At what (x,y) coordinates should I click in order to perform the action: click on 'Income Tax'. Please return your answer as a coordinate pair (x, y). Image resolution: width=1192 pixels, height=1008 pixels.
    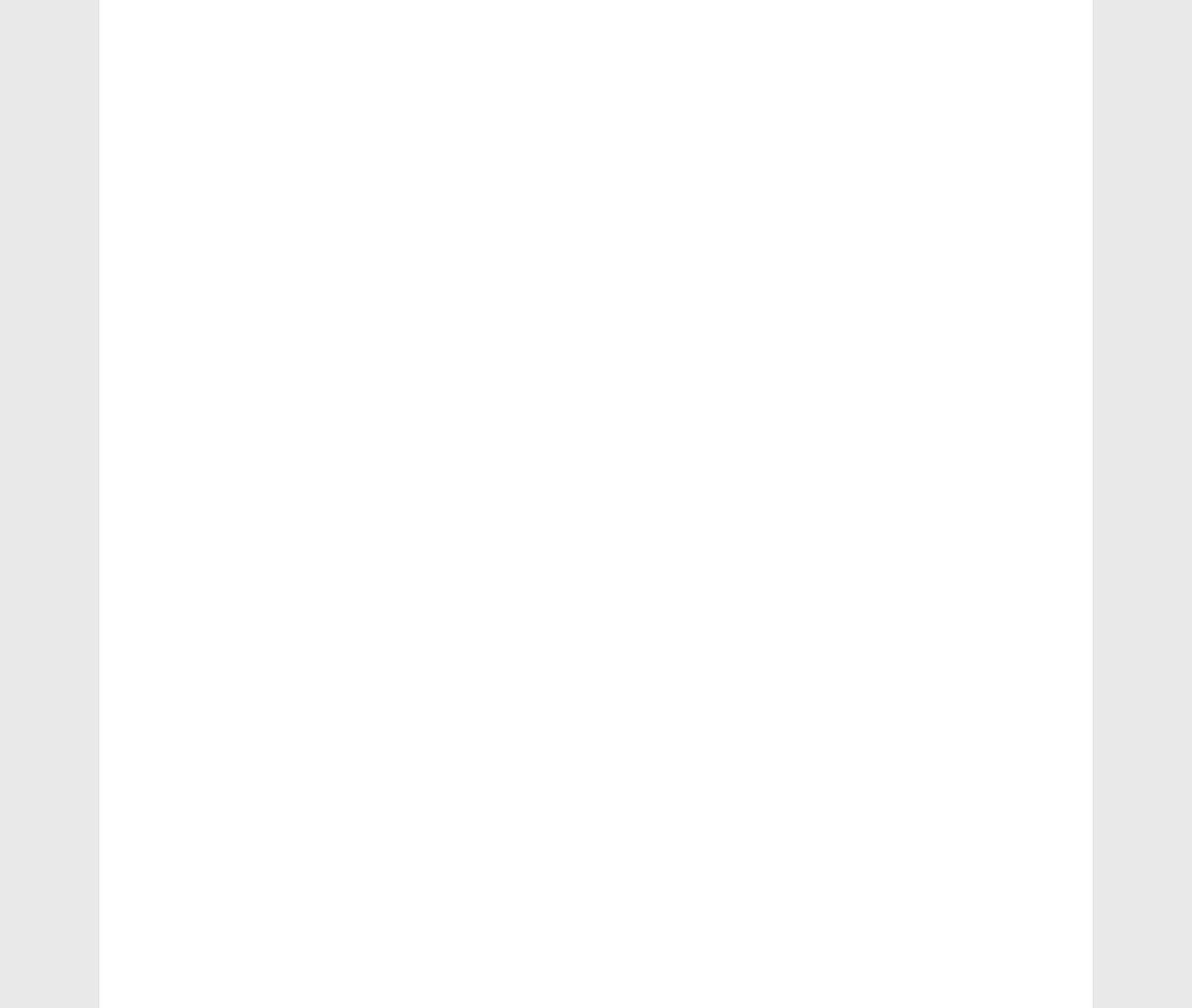
    Looking at the image, I should click on (188, 106).